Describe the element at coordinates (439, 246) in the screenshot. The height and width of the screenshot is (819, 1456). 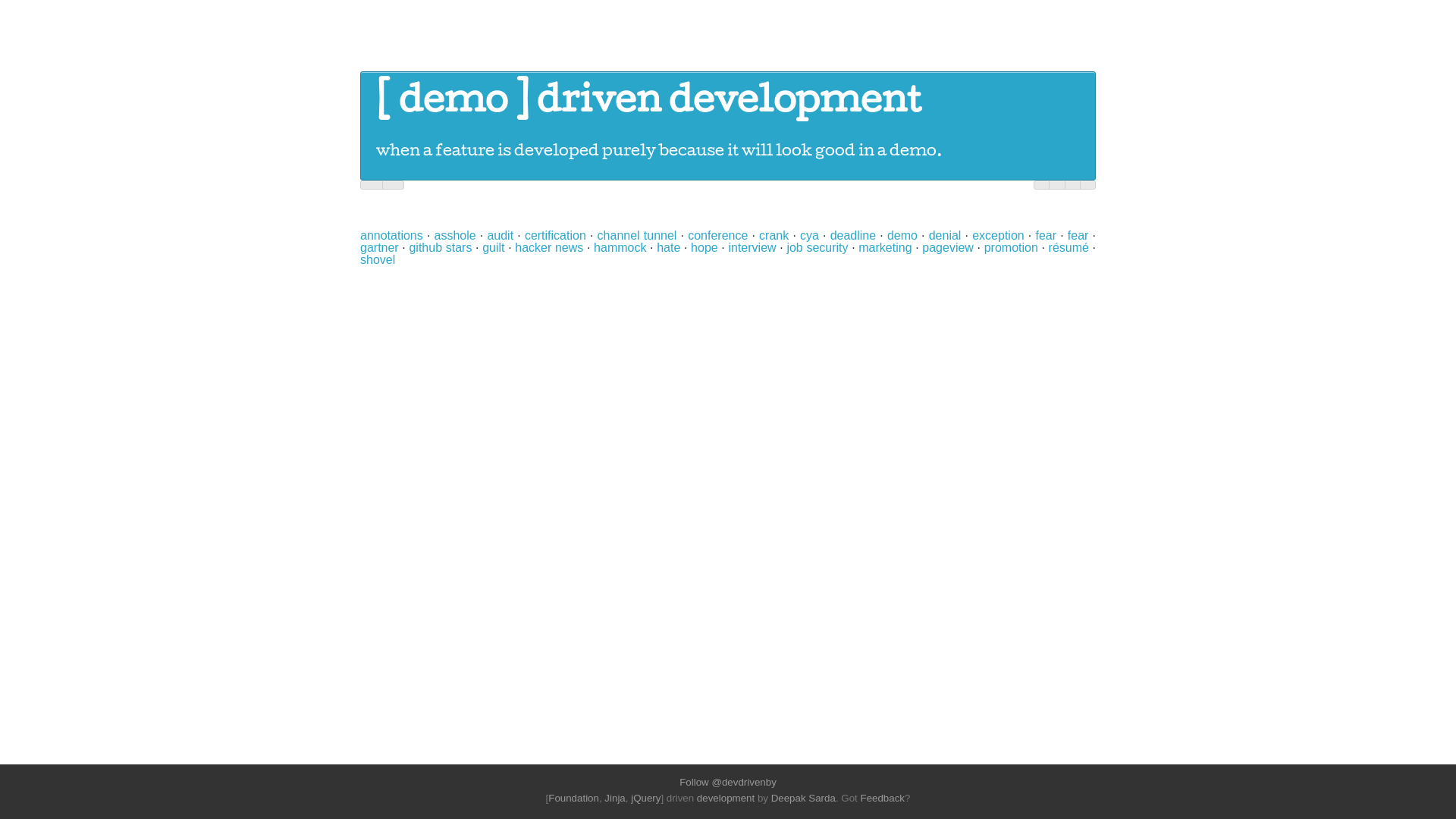
I see `'github stars'` at that location.